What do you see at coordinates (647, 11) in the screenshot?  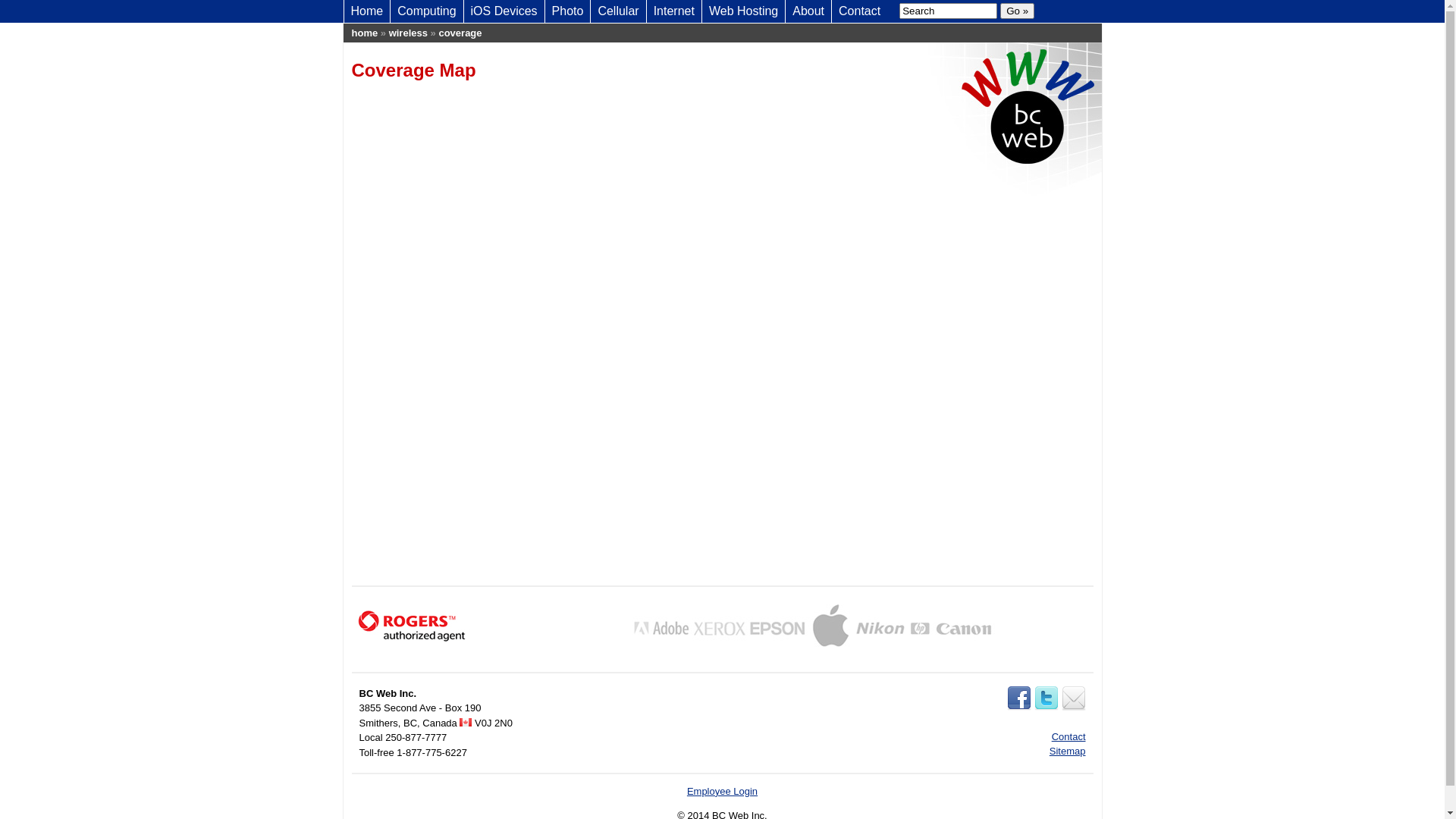 I see `'Internet'` at bounding box center [647, 11].